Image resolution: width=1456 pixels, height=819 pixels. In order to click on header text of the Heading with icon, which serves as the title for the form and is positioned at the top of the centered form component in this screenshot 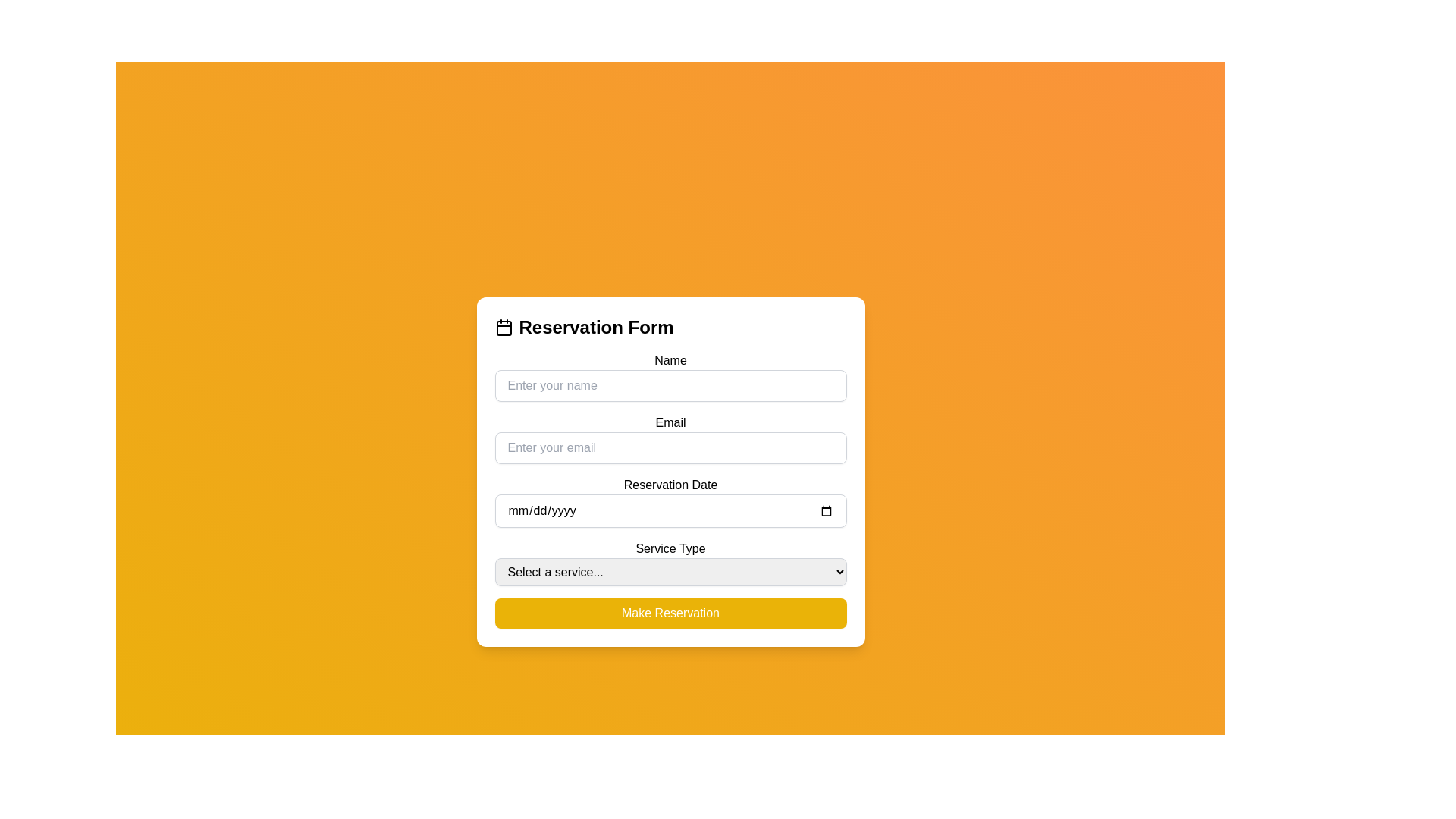, I will do `click(670, 326)`.